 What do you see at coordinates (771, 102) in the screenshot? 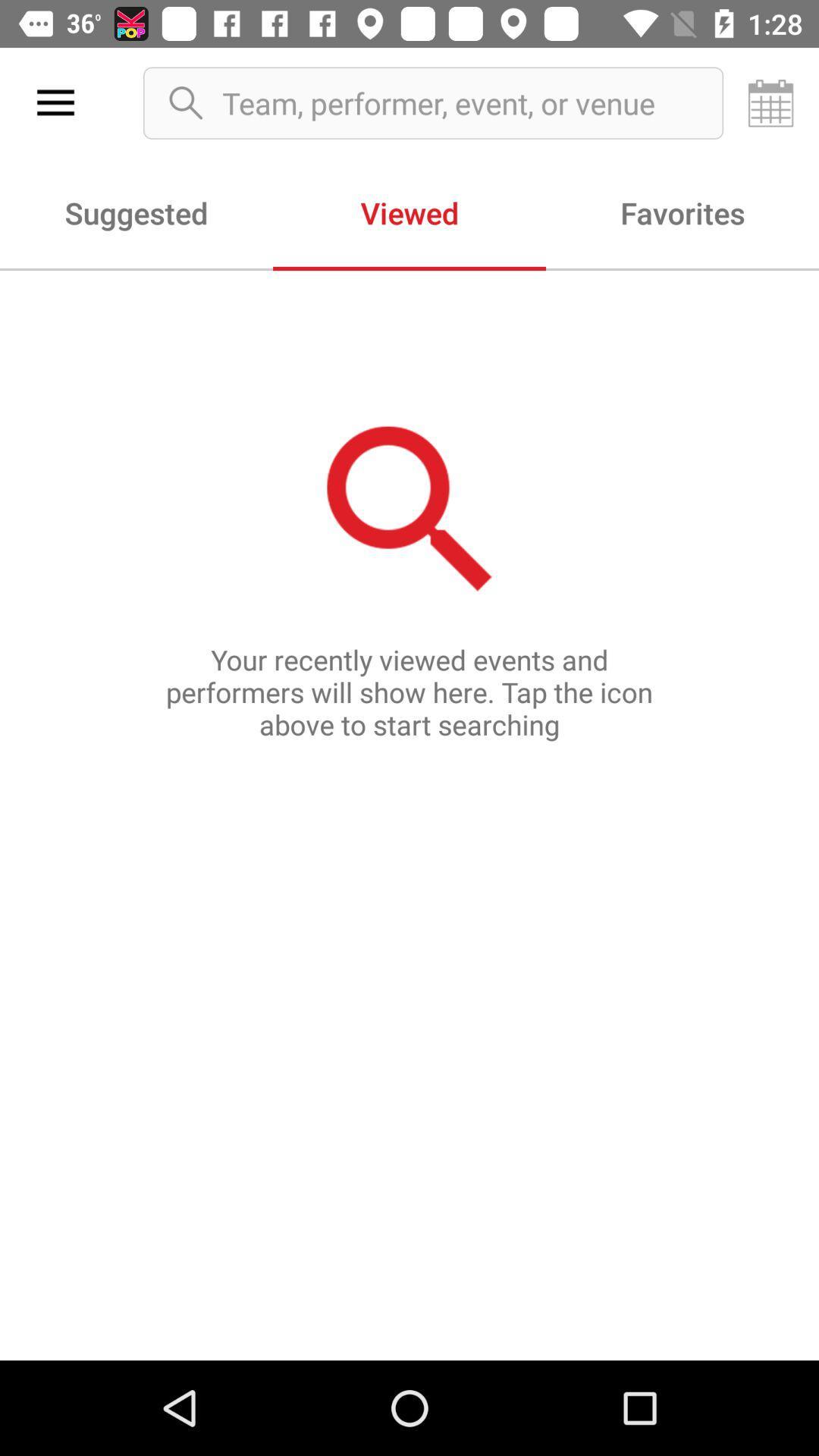
I see `the icon to the right of team performer event icon` at bounding box center [771, 102].